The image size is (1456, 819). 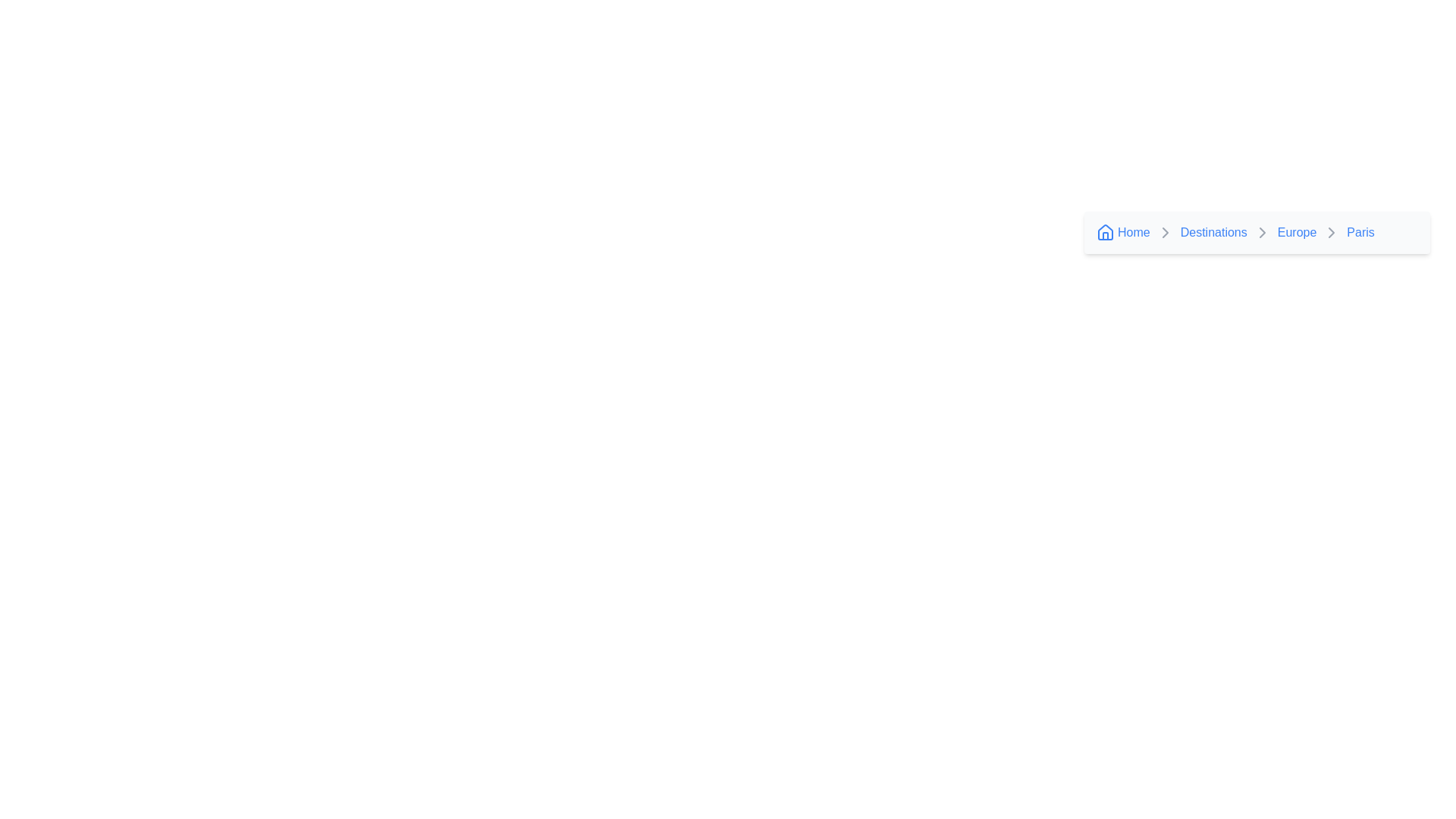 What do you see at coordinates (1257, 233) in the screenshot?
I see `the hyperlink 'Europe' in the Breadcrumb Navigation Bar, which has a light gray background and includes the words 'Home', 'Destinations', 'Europe', and 'Paris'` at bounding box center [1257, 233].